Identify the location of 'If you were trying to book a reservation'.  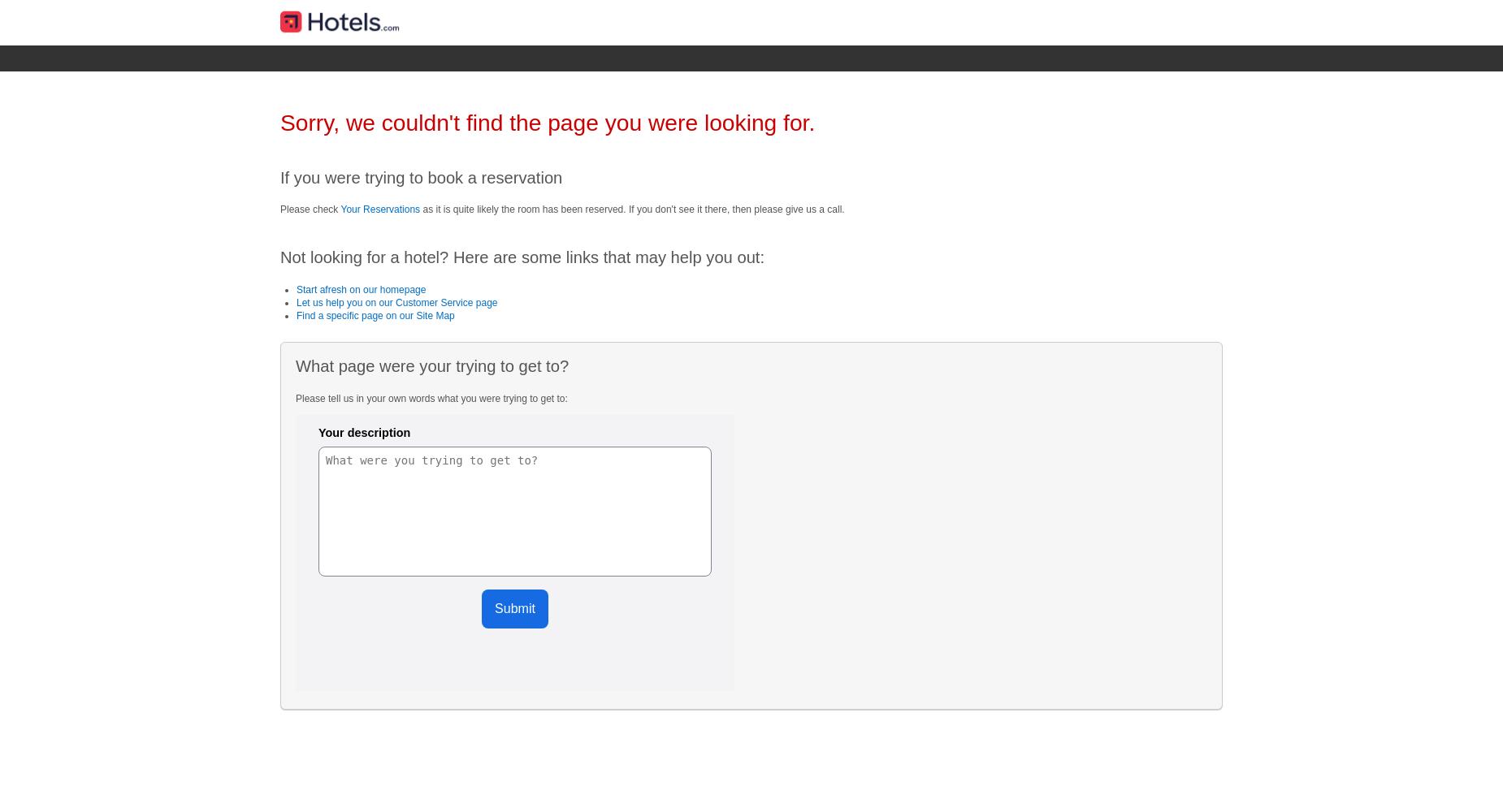
(421, 176).